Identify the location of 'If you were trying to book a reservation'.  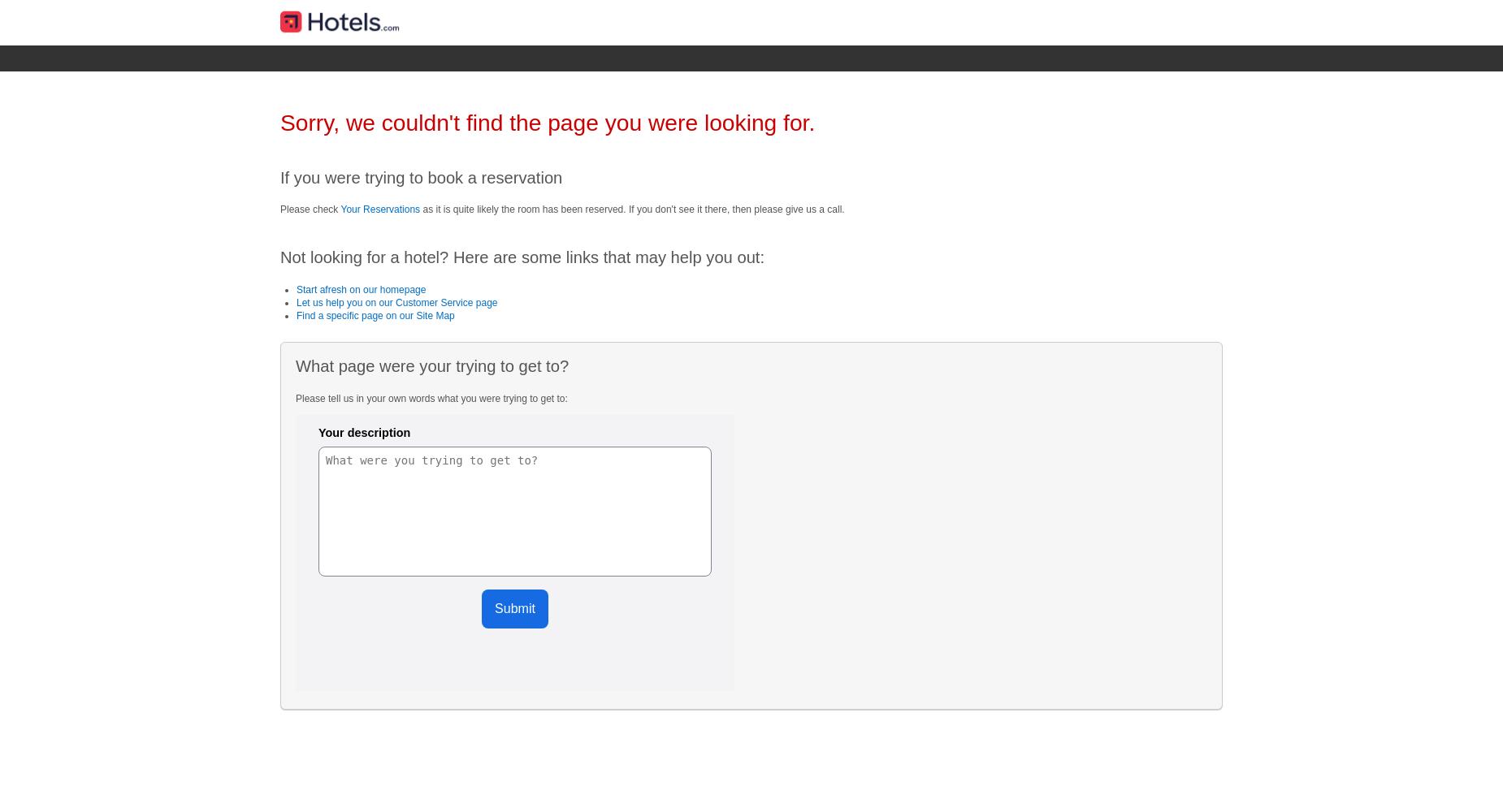
(421, 176).